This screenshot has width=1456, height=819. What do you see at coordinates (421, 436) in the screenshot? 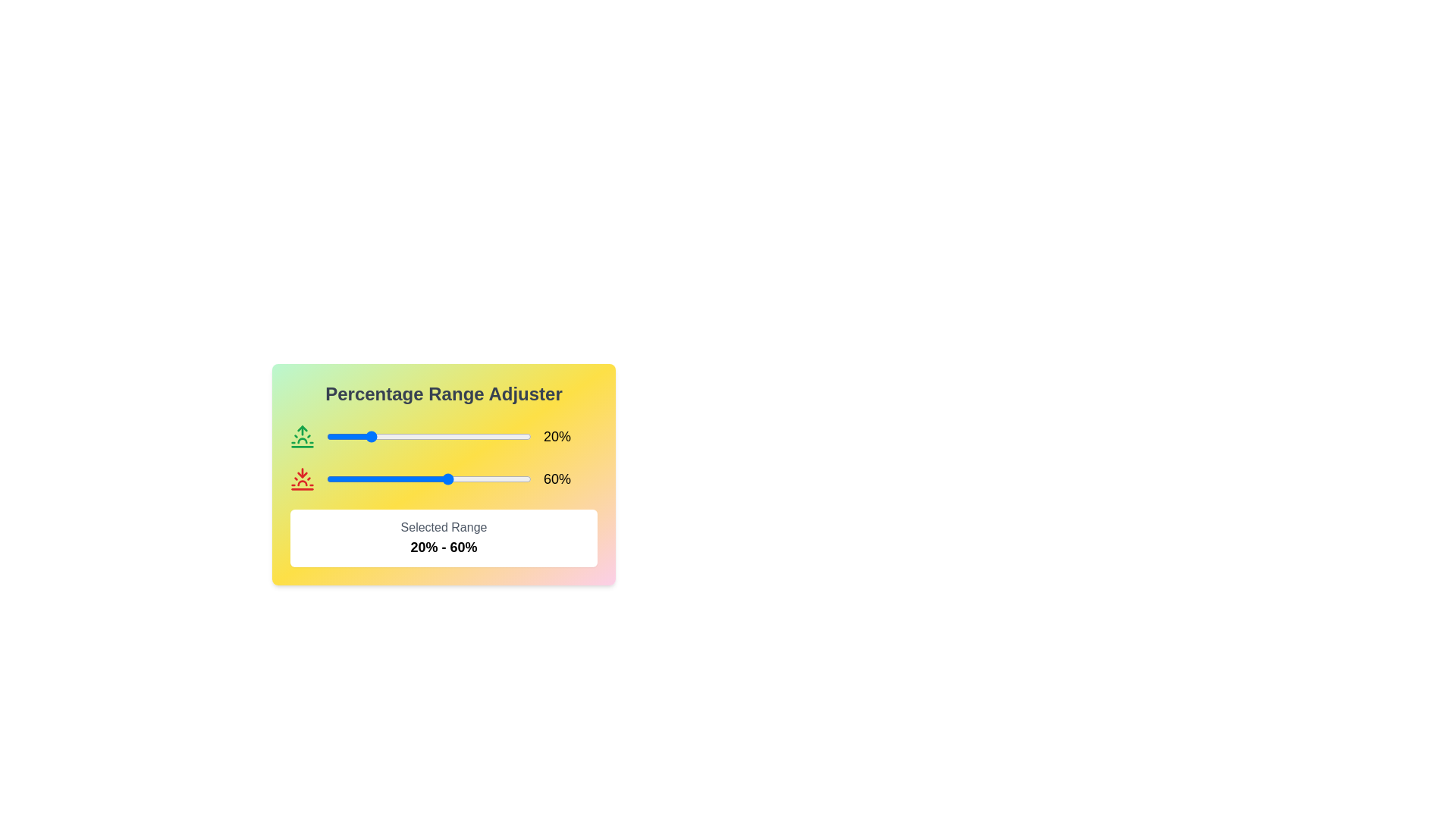
I see `the slider` at bounding box center [421, 436].